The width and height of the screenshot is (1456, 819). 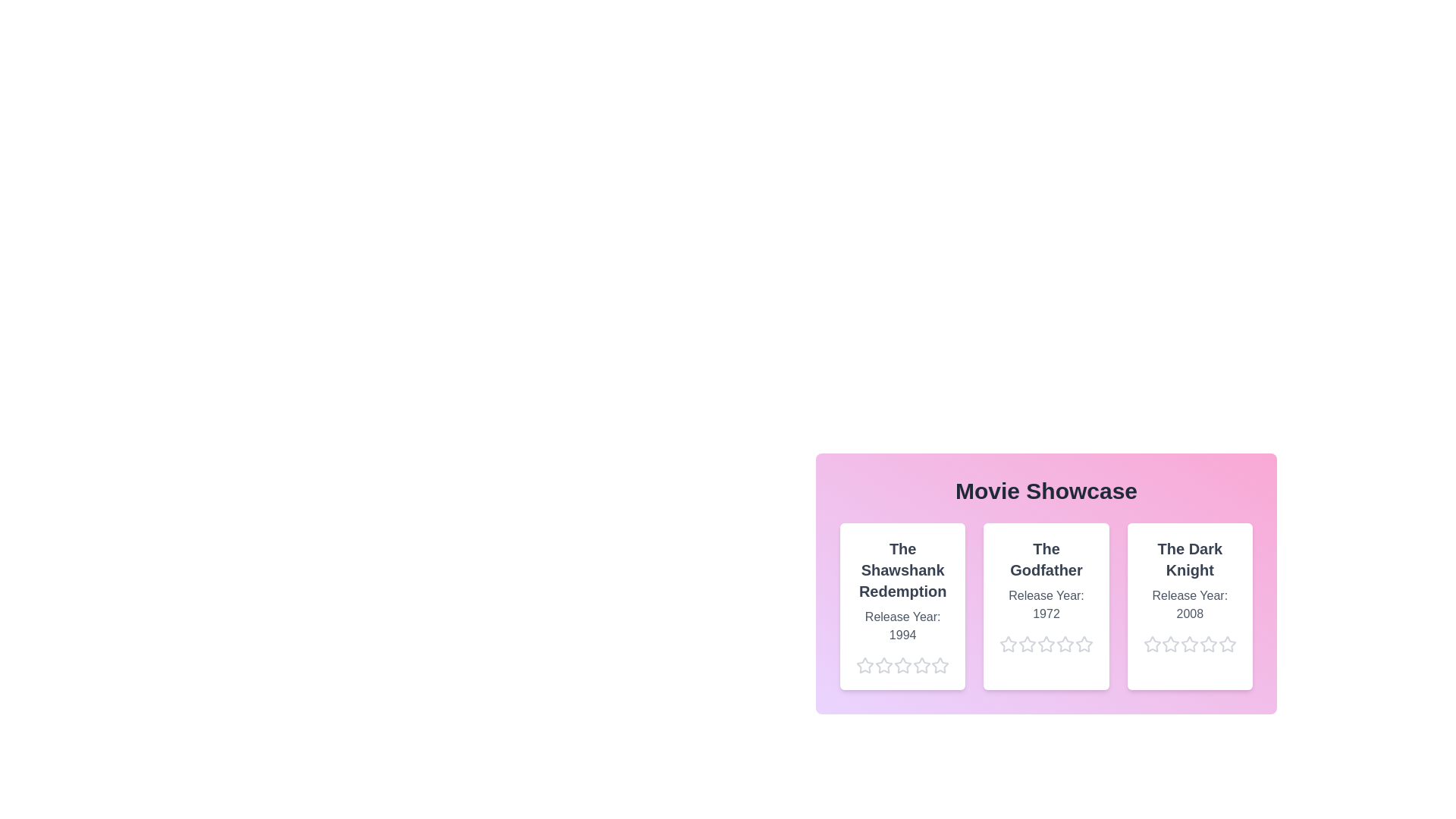 I want to click on the star corresponding to 1 stars for the movie The Dark Knight, so click(x=1143, y=644).